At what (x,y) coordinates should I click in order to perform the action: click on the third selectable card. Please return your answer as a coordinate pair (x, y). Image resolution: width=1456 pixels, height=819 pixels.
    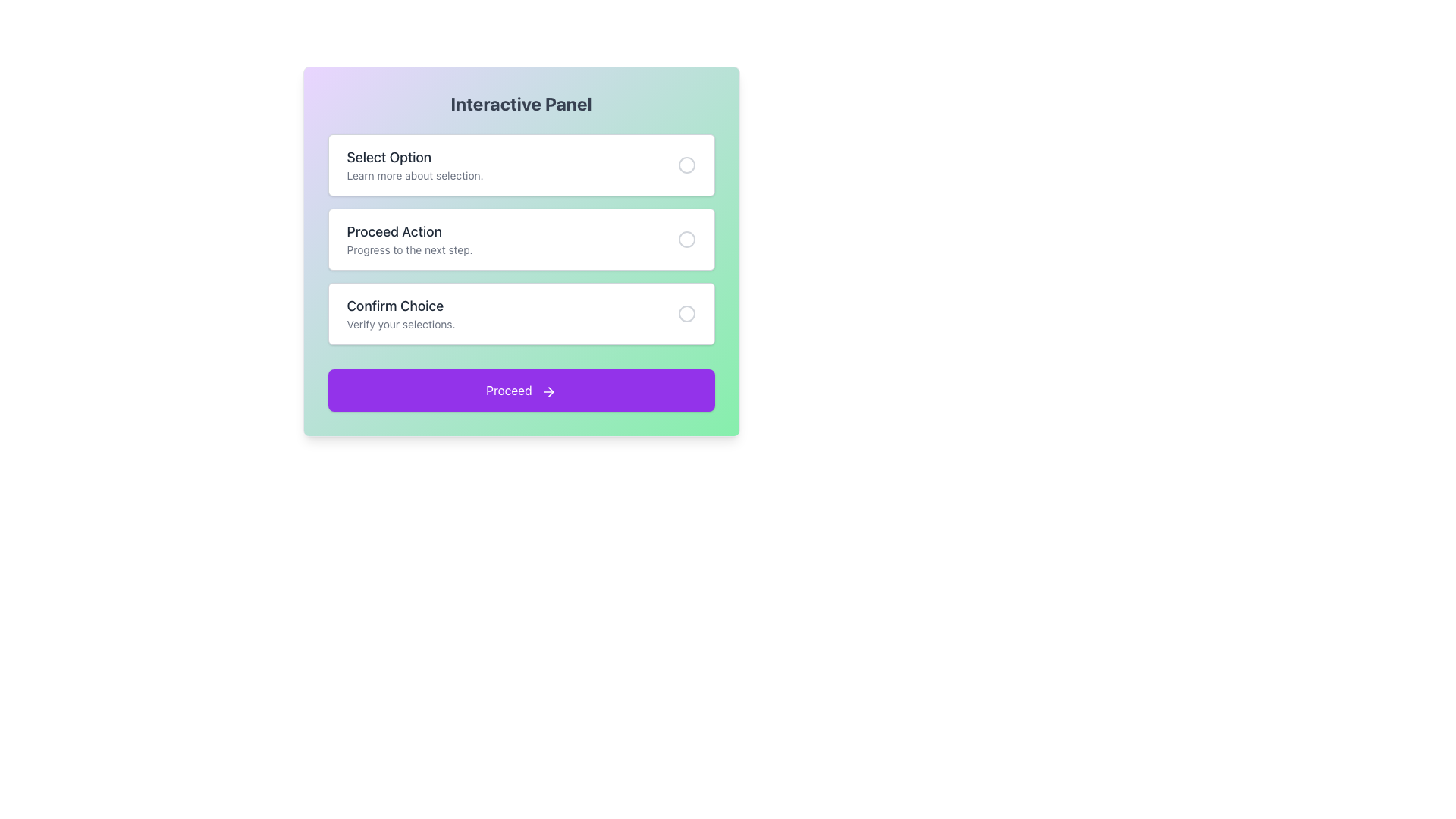
    Looking at the image, I should click on (521, 312).